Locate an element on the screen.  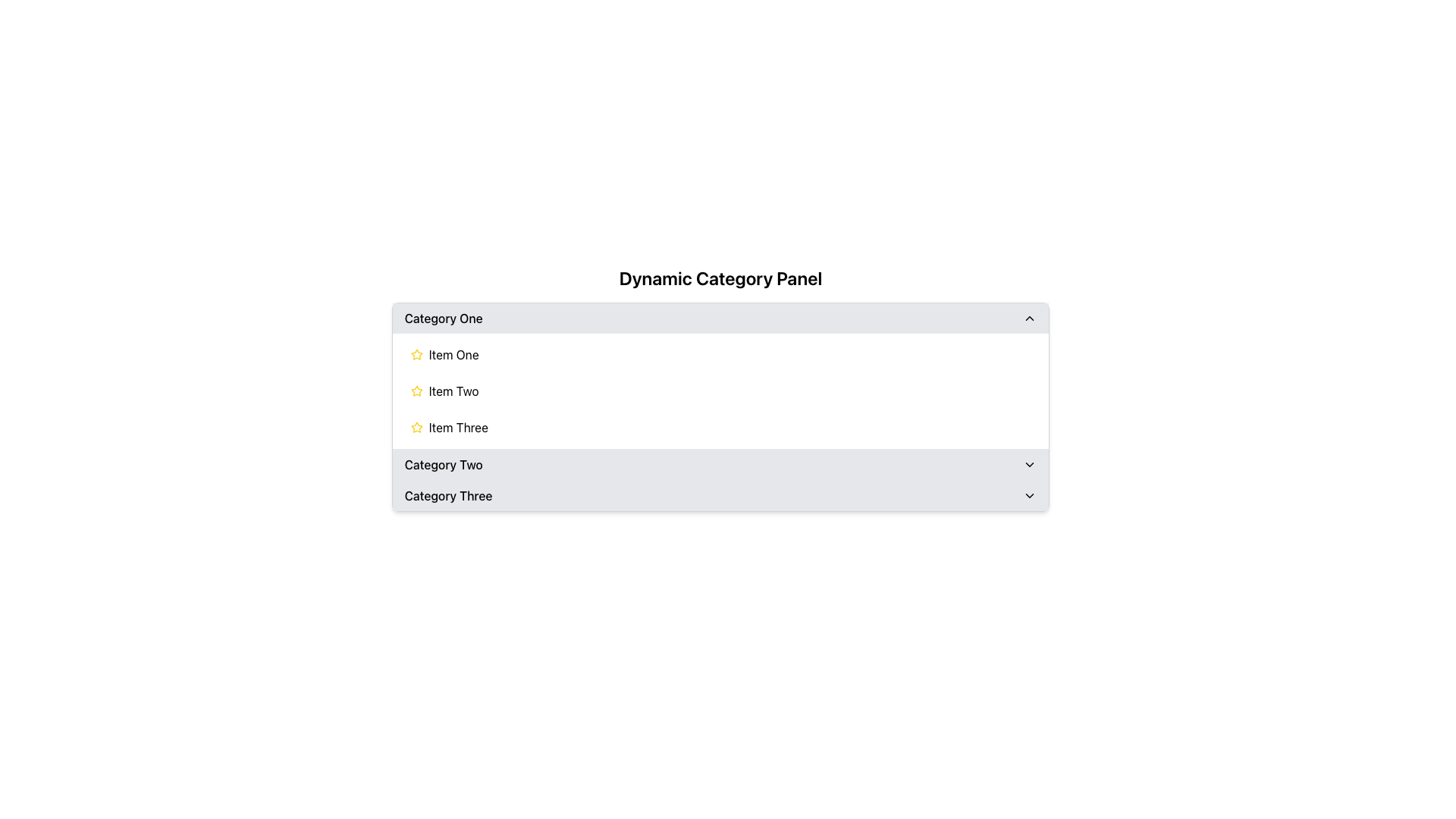
the yellow star icon with a thin stroke style that represents 'Item One' in 'Category One', positioned to the left of the text label is located at coordinates (416, 354).